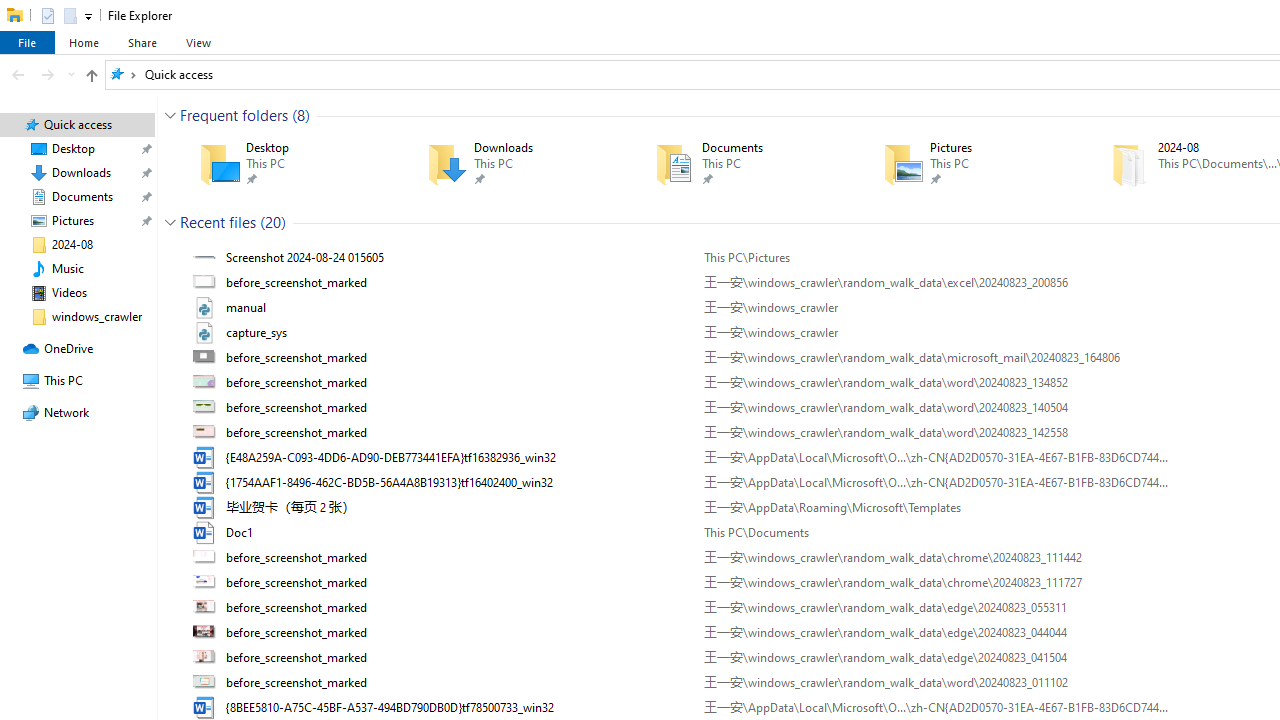 Image resolution: width=1280 pixels, height=720 pixels. What do you see at coordinates (122, 73) in the screenshot?
I see `'All locations'` at bounding box center [122, 73].